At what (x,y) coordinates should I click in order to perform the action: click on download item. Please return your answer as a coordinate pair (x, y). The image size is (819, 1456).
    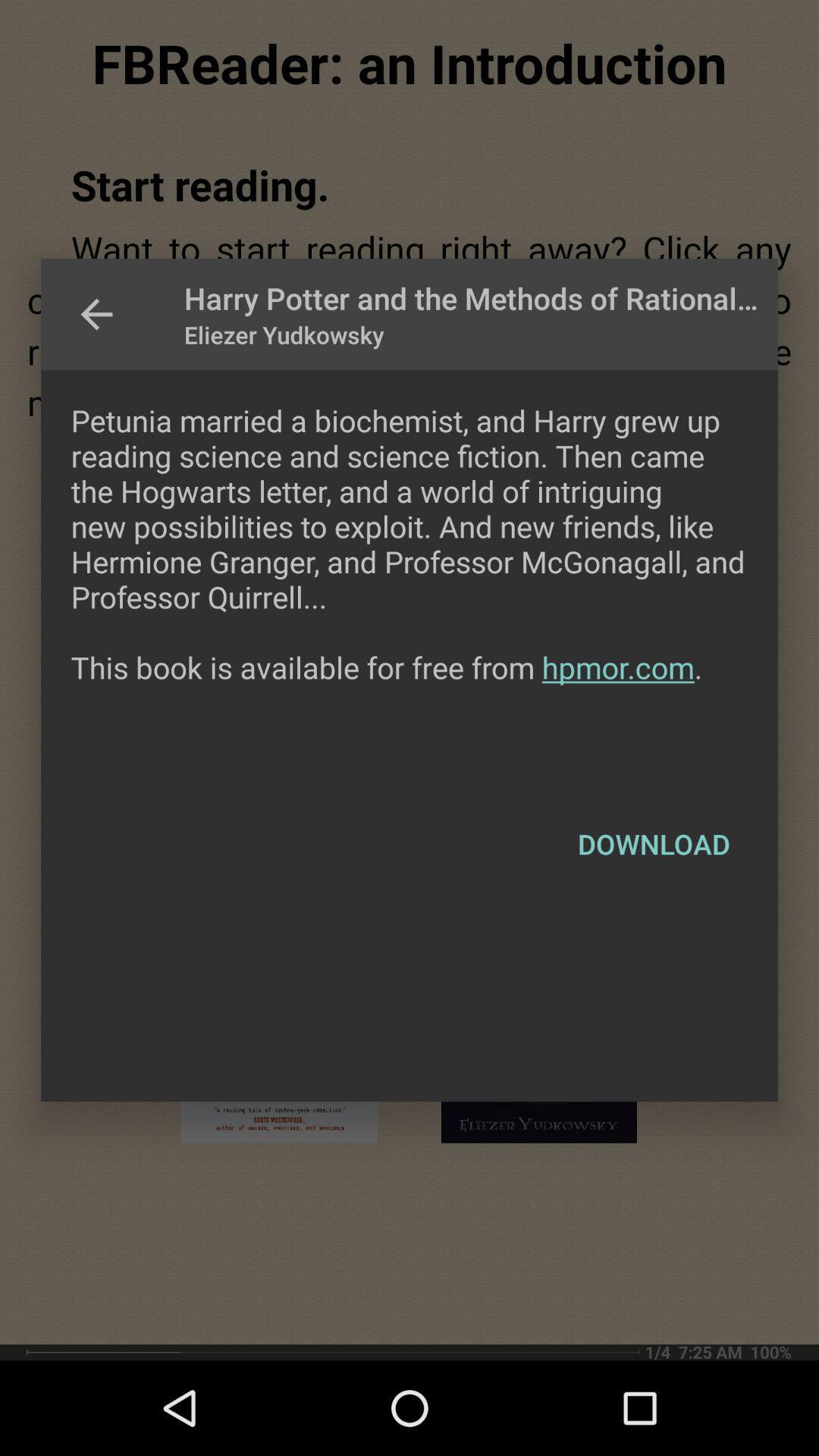
    Looking at the image, I should click on (653, 843).